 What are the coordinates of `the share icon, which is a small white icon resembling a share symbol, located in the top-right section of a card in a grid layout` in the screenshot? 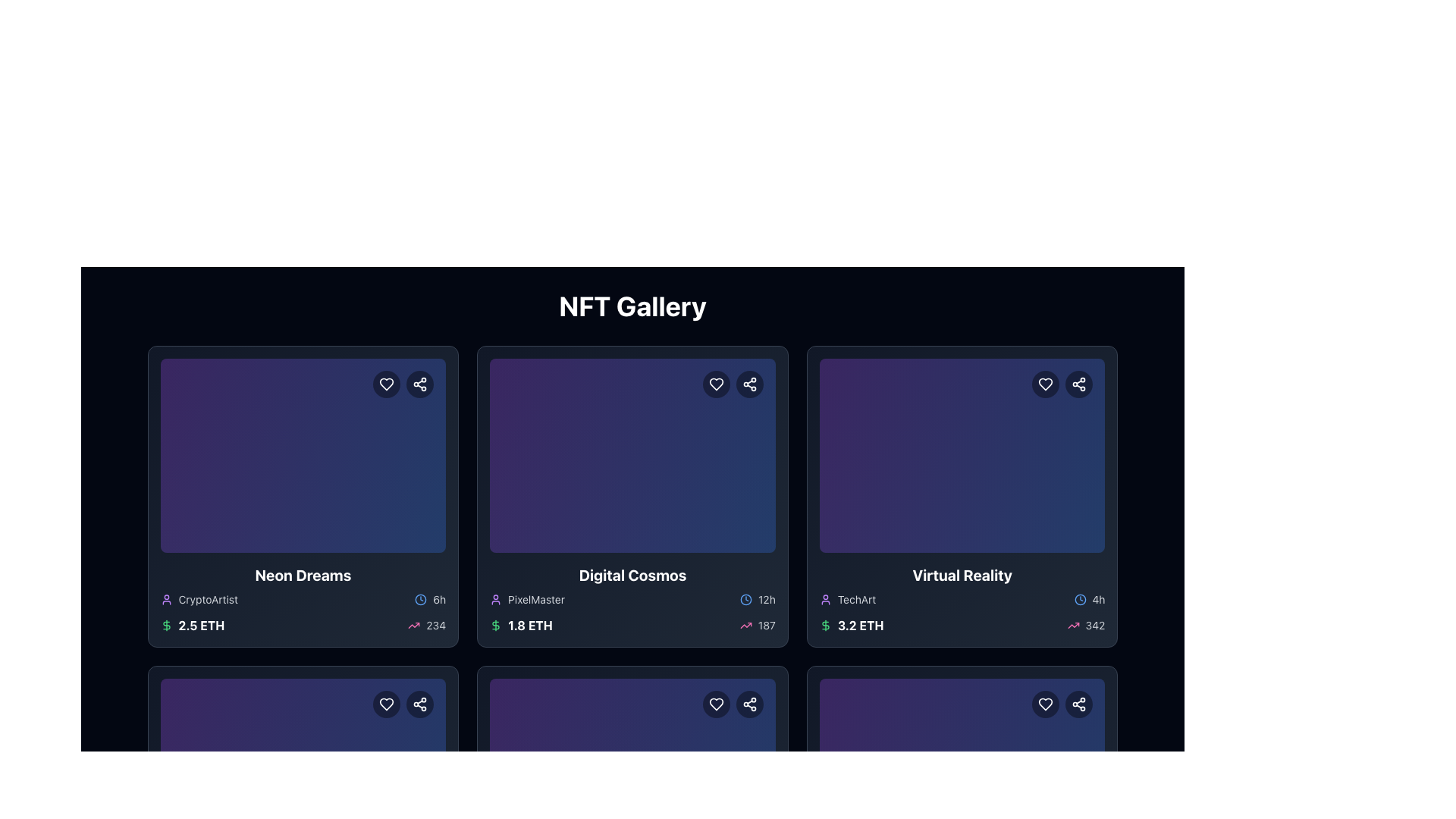 It's located at (420, 704).